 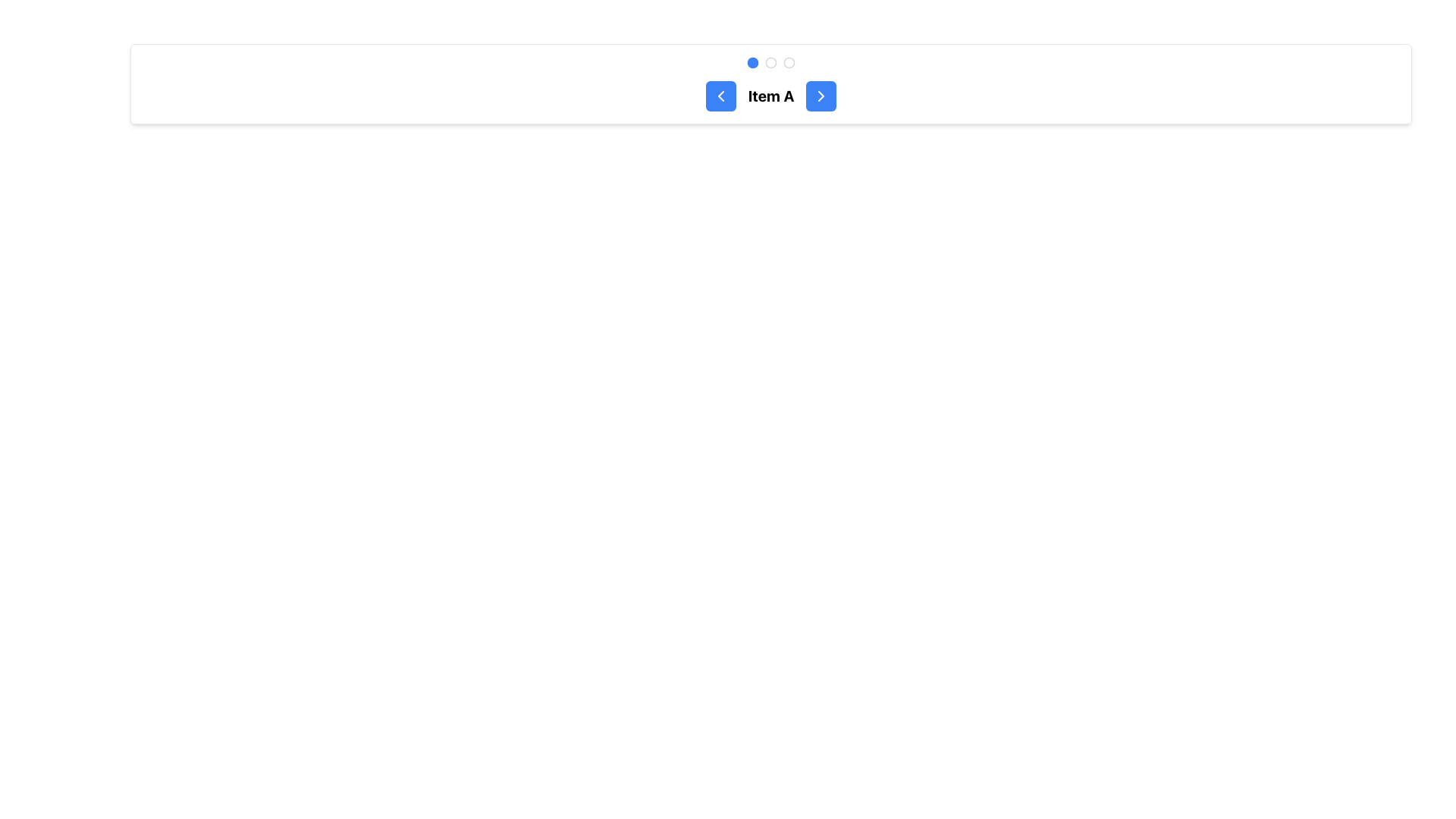 What do you see at coordinates (771, 96) in the screenshot?
I see `the Text Label located at the top center of the navigation bar, which serves as a title or label for the currently displayed item or section` at bounding box center [771, 96].